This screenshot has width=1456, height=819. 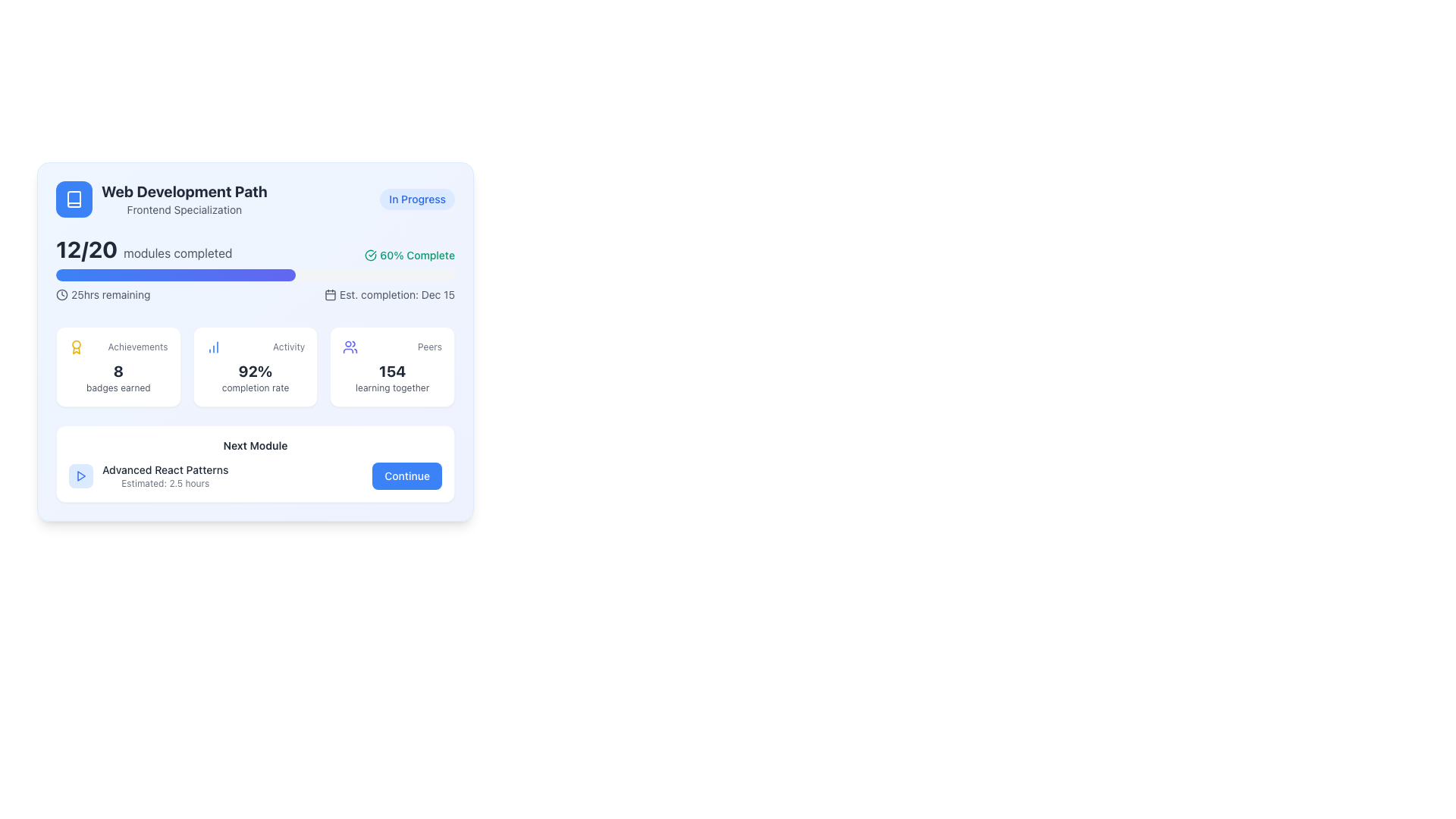 What do you see at coordinates (175, 275) in the screenshot?
I see `the filled portion of the progress bar, which is a rounded rectangular design with a gradient from blue to purple, indicating 60% completion, located below '12/20 modules completed'` at bounding box center [175, 275].